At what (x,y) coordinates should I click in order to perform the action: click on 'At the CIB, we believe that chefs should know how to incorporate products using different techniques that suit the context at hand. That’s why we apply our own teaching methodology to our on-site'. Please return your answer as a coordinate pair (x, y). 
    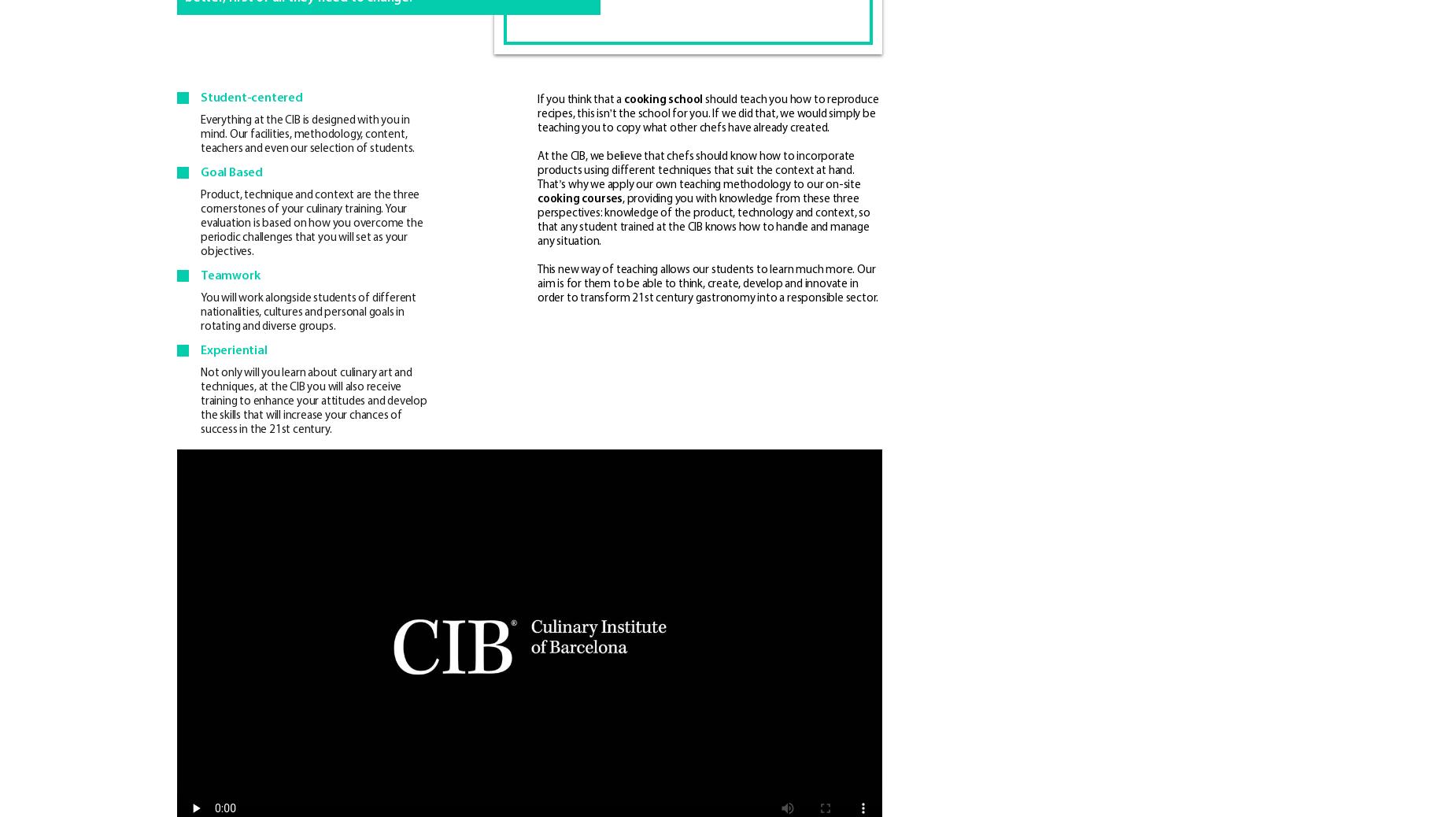
    Looking at the image, I should click on (538, 169).